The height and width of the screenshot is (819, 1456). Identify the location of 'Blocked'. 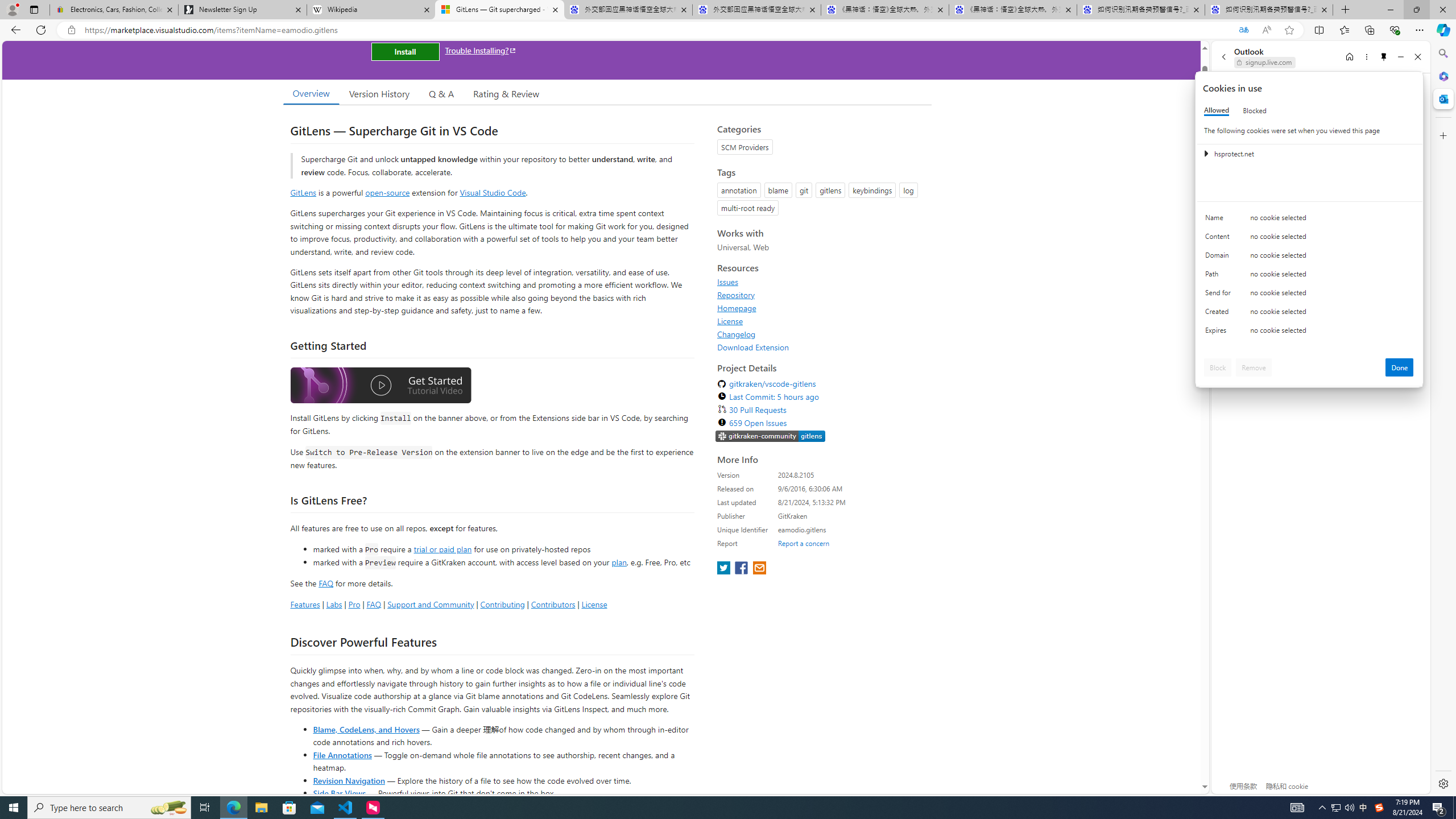
(1254, 110).